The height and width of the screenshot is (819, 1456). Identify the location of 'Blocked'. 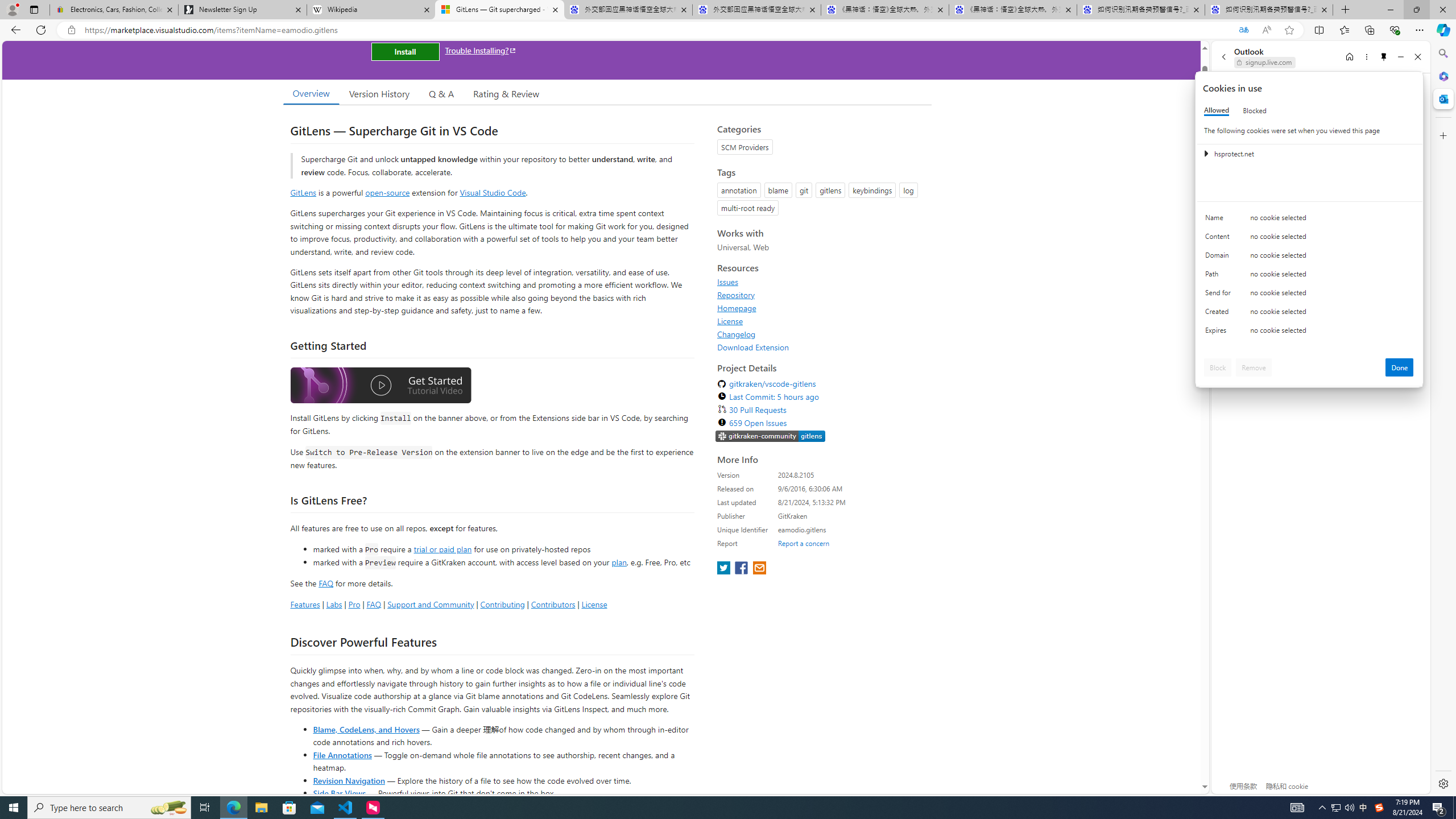
(1254, 110).